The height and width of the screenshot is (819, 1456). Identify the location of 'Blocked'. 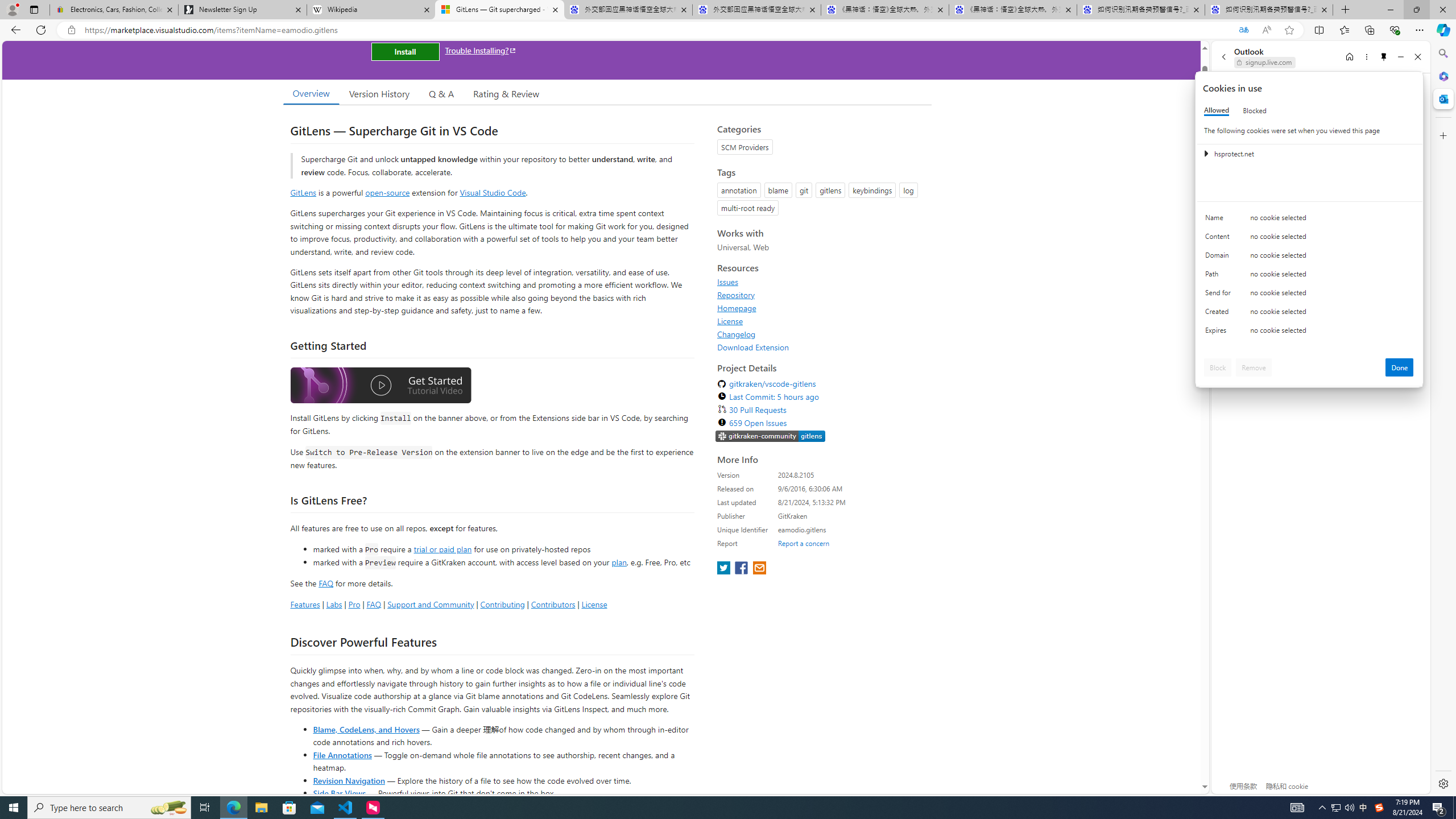
(1254, 110).